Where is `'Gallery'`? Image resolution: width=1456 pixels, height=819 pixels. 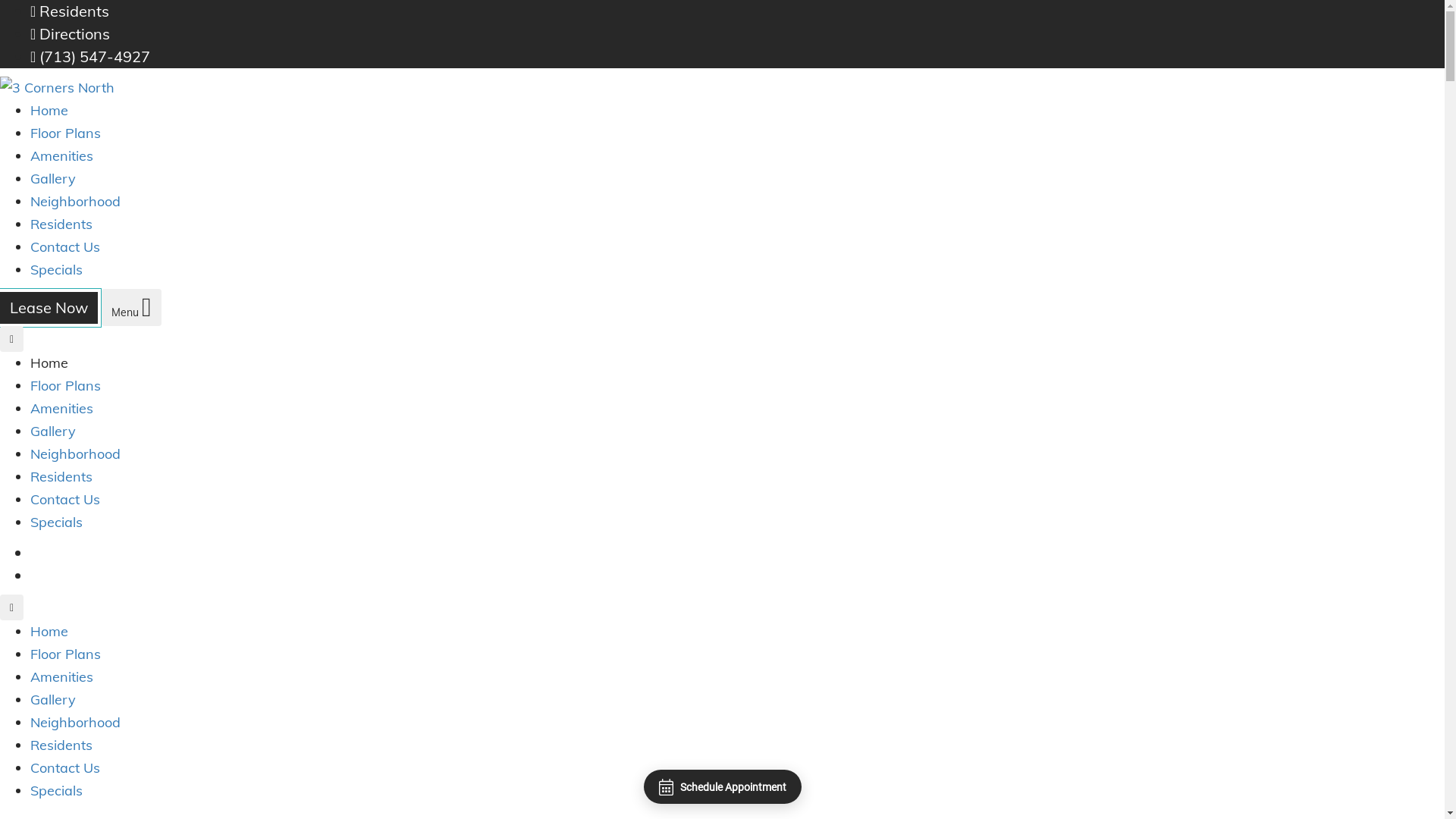
'Gallery' is located at coordinates (30, 699).